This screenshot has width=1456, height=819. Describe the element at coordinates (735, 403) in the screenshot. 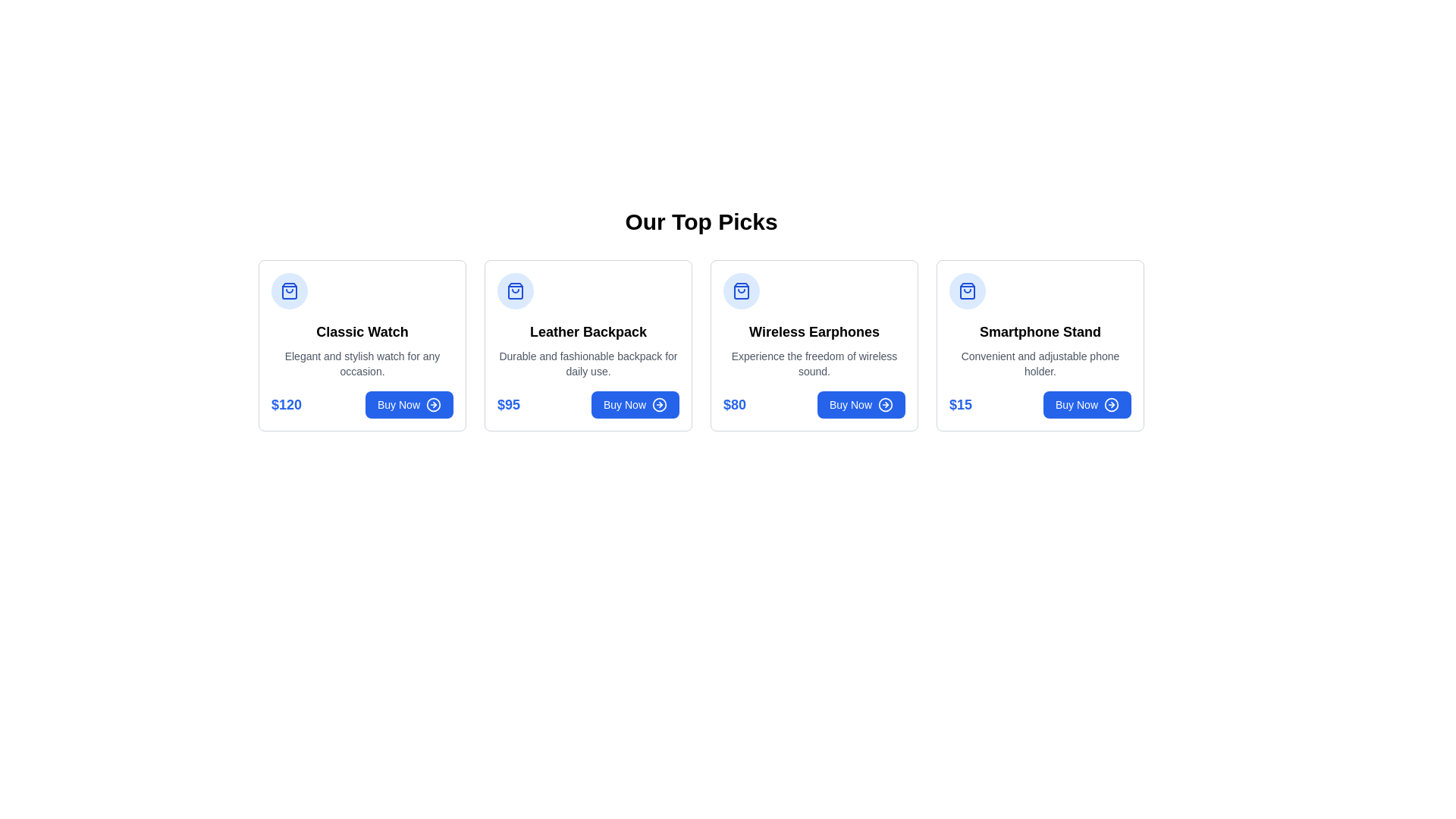

I see `the static text displaying '$80' in a bold and large blue font, which is part of the 'Wireless Earphones' product card` at that location.